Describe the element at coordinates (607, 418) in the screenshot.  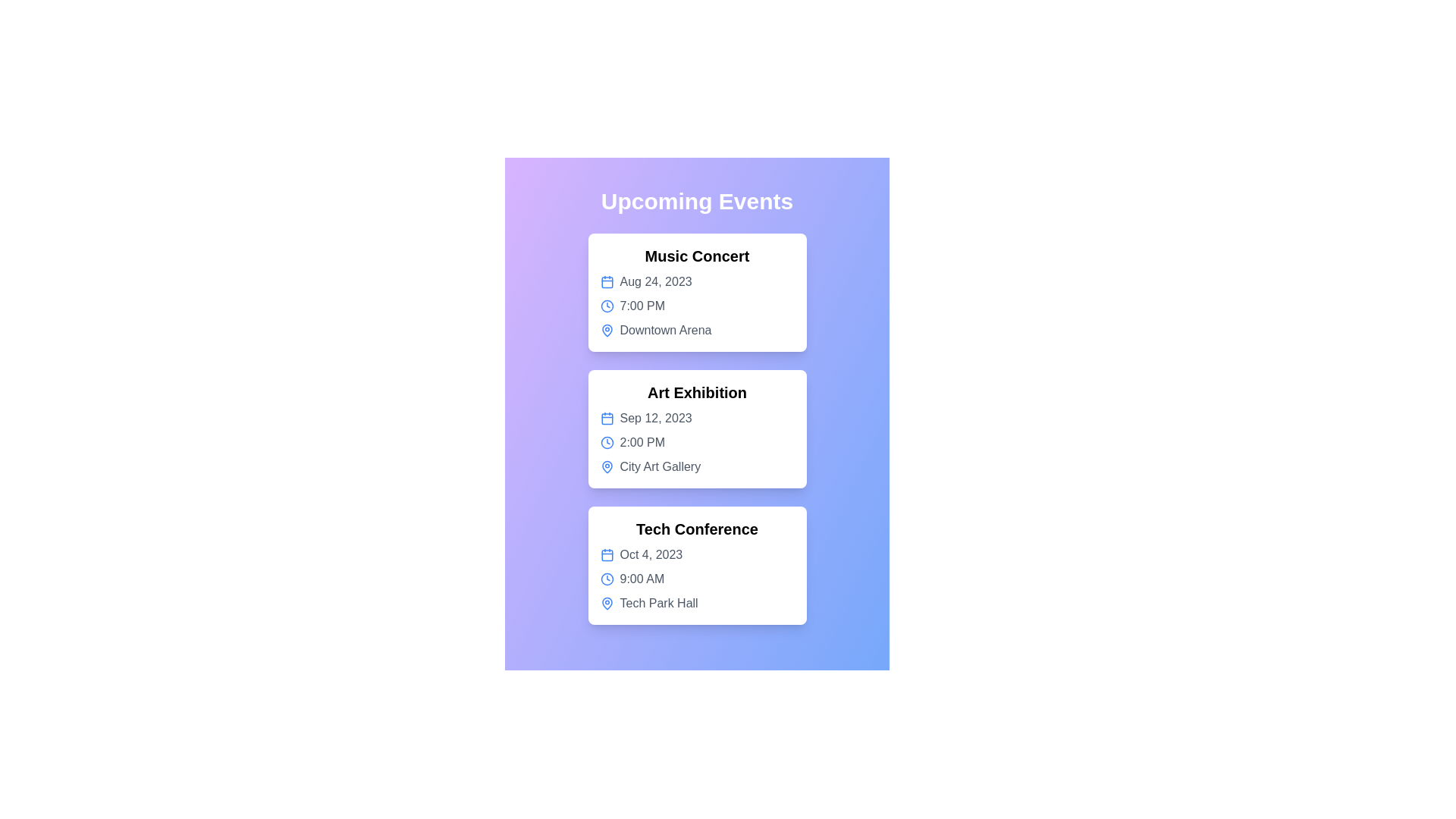
I see `the calendar icon located to the left of the text displaying the date 'Sep 12, 2023' in the second event card of the upcoming events list` at that location.